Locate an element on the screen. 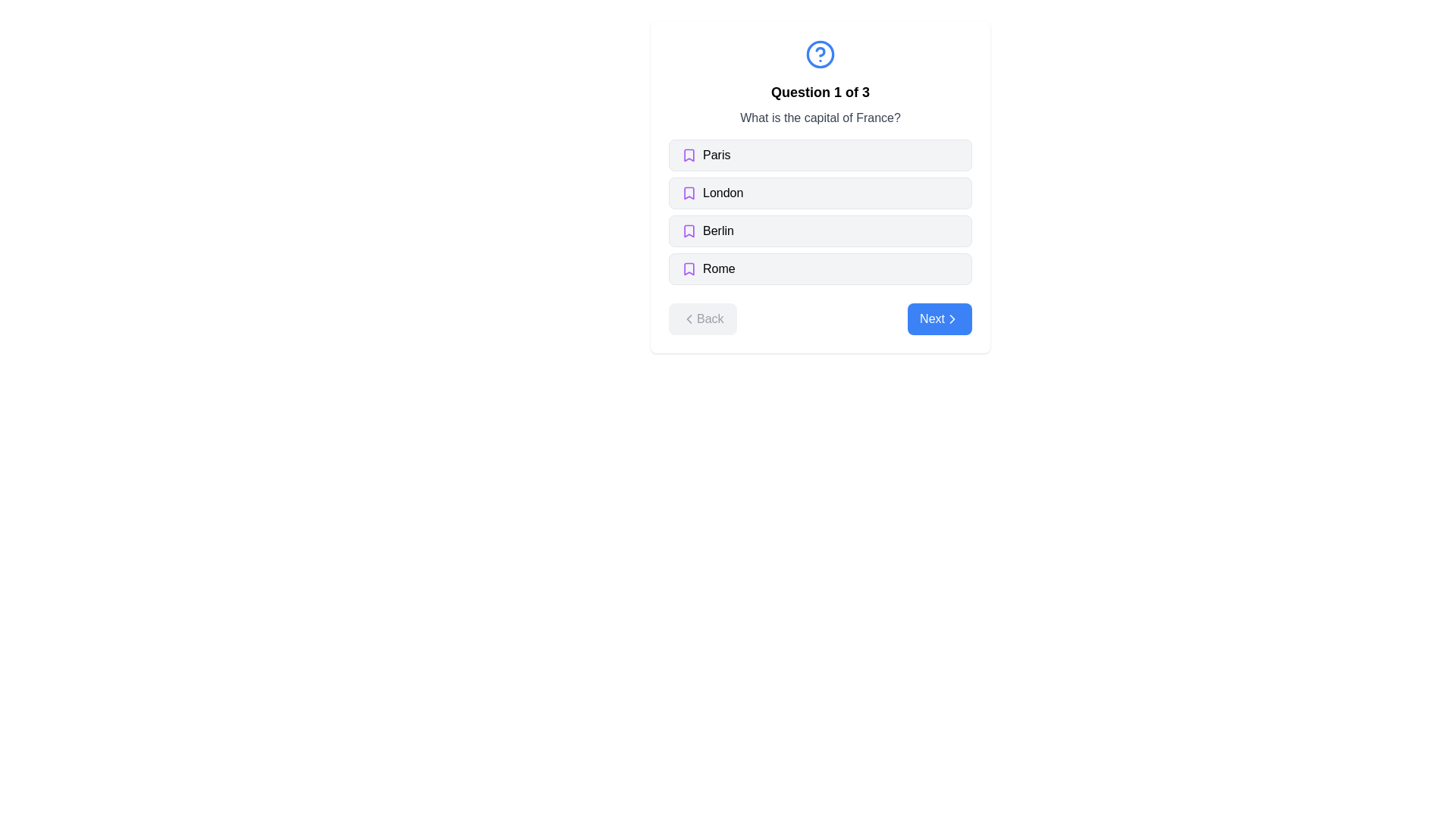  the button labeled 'Berlin' which has a light gray background and a purple bookmark icon, enabling keyboard selection is located at coordinates (819, 231).